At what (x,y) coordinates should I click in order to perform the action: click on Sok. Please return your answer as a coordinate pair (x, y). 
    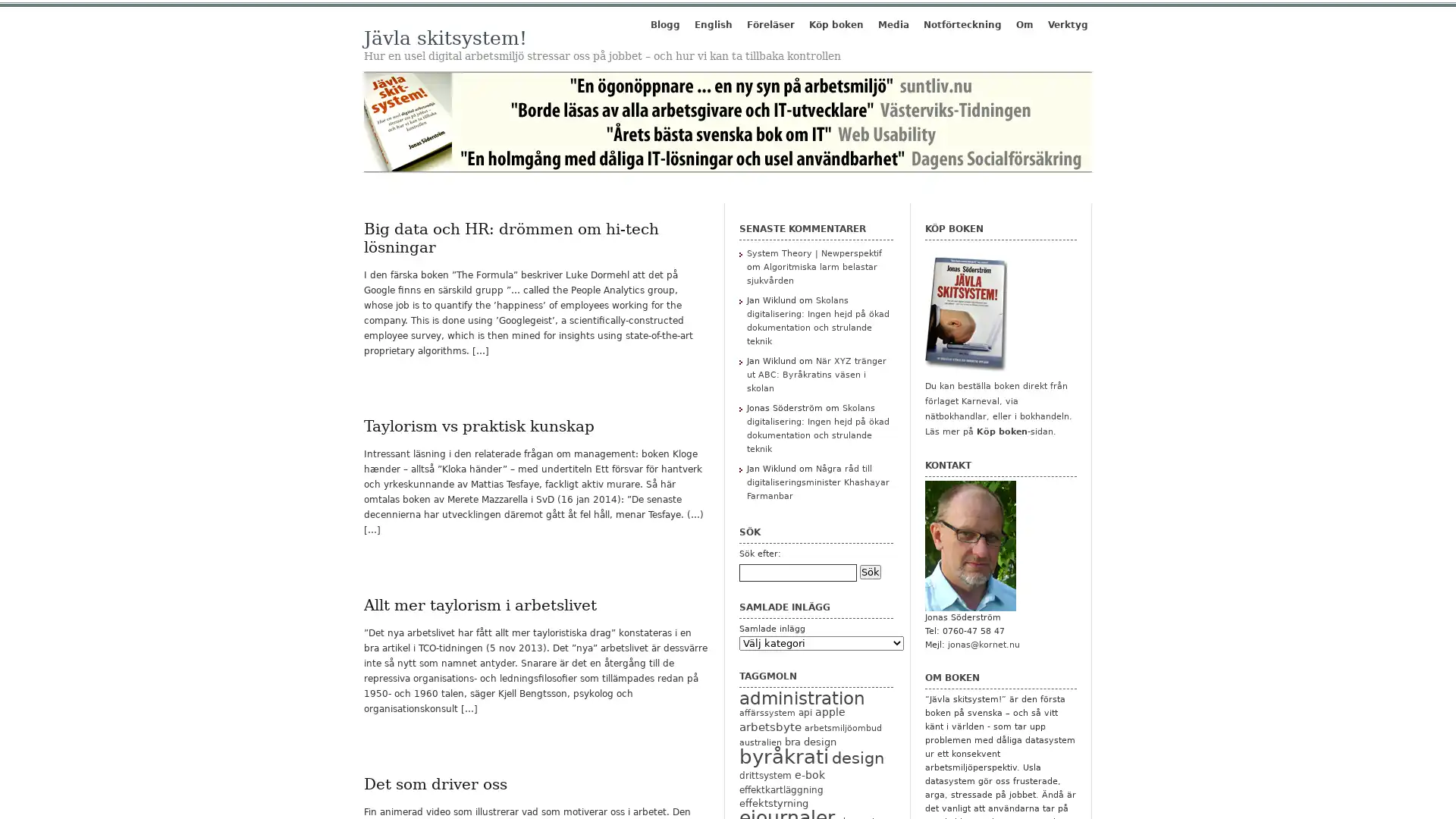
    Looking at the image, I should click on (870, 571).